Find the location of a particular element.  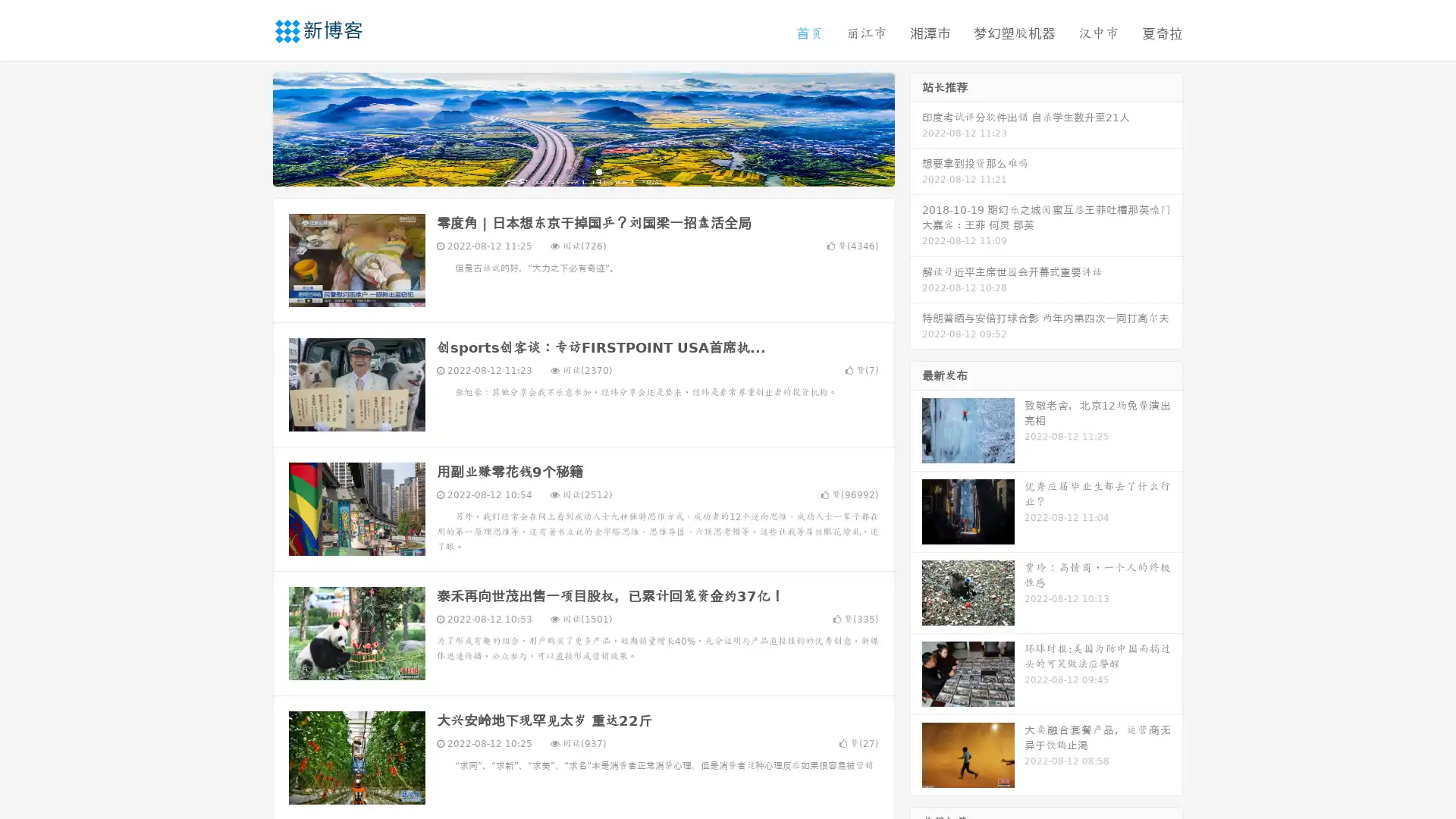

Next slide is located at coordinates (916, 127).